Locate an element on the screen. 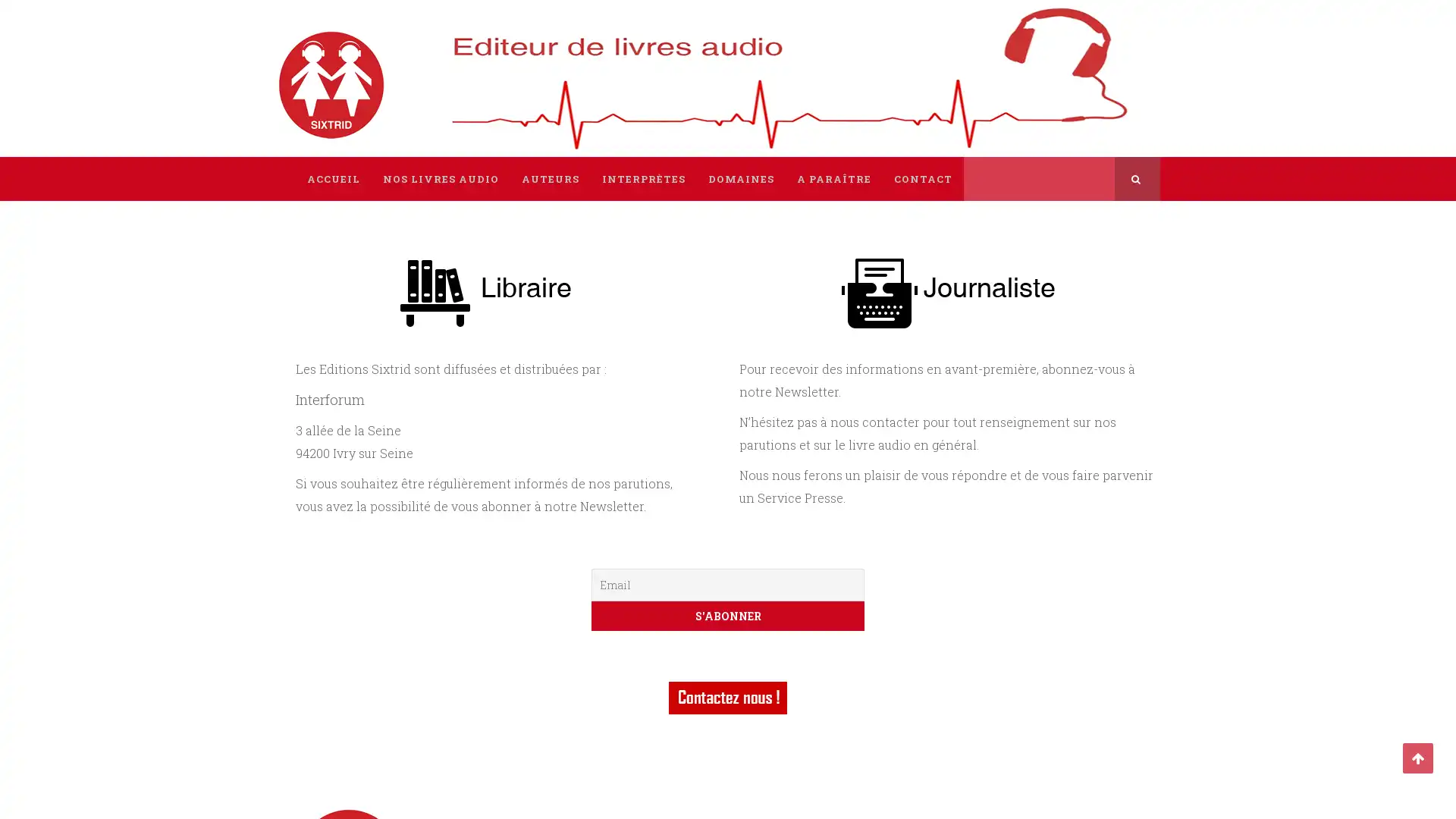 This screenshot has width=1456, height=819. S'abonner is located at coordinates (728, 616).